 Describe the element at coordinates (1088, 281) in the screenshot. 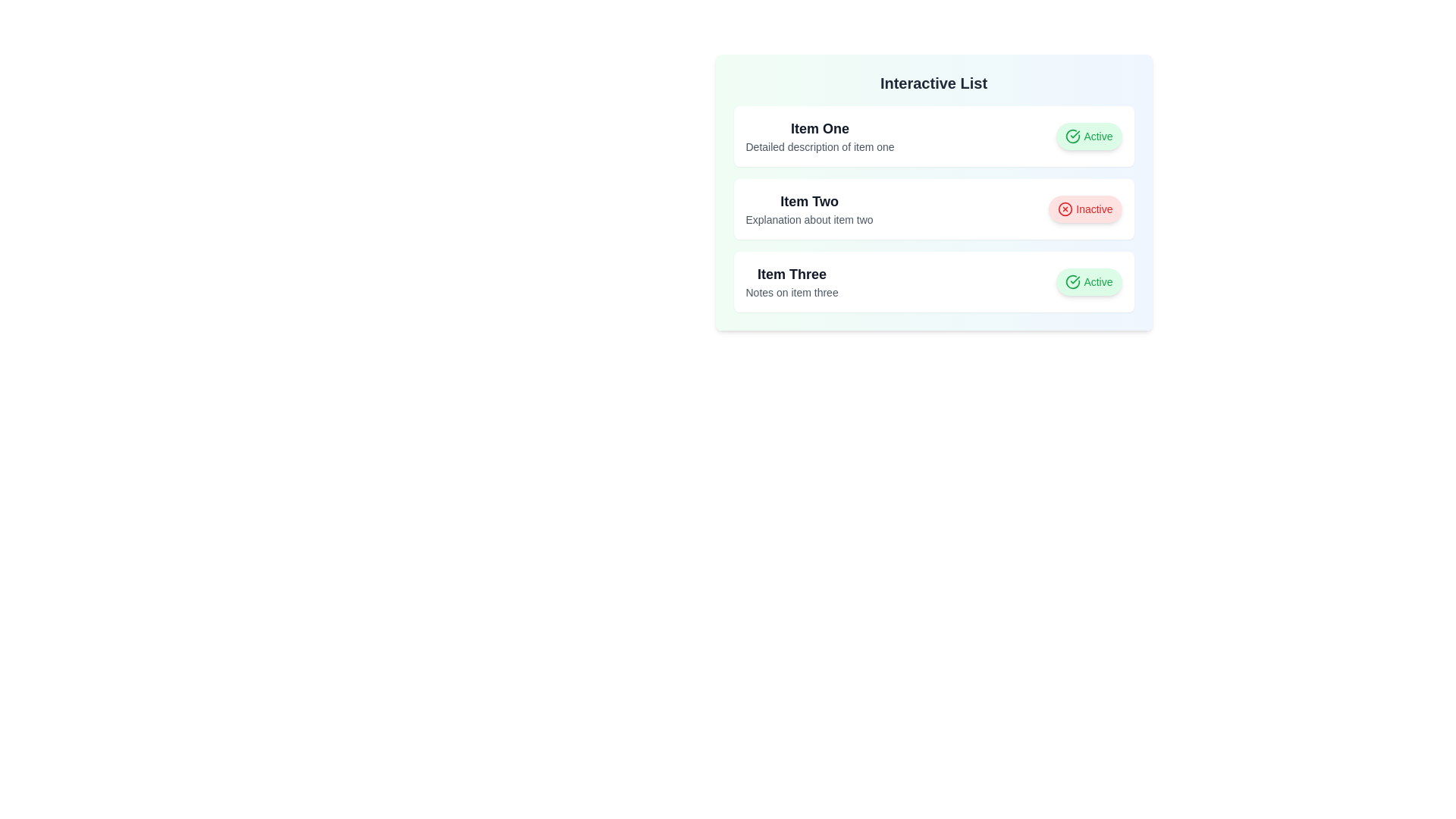

I see `the item by clicking the button associated with Item Three` at that location.